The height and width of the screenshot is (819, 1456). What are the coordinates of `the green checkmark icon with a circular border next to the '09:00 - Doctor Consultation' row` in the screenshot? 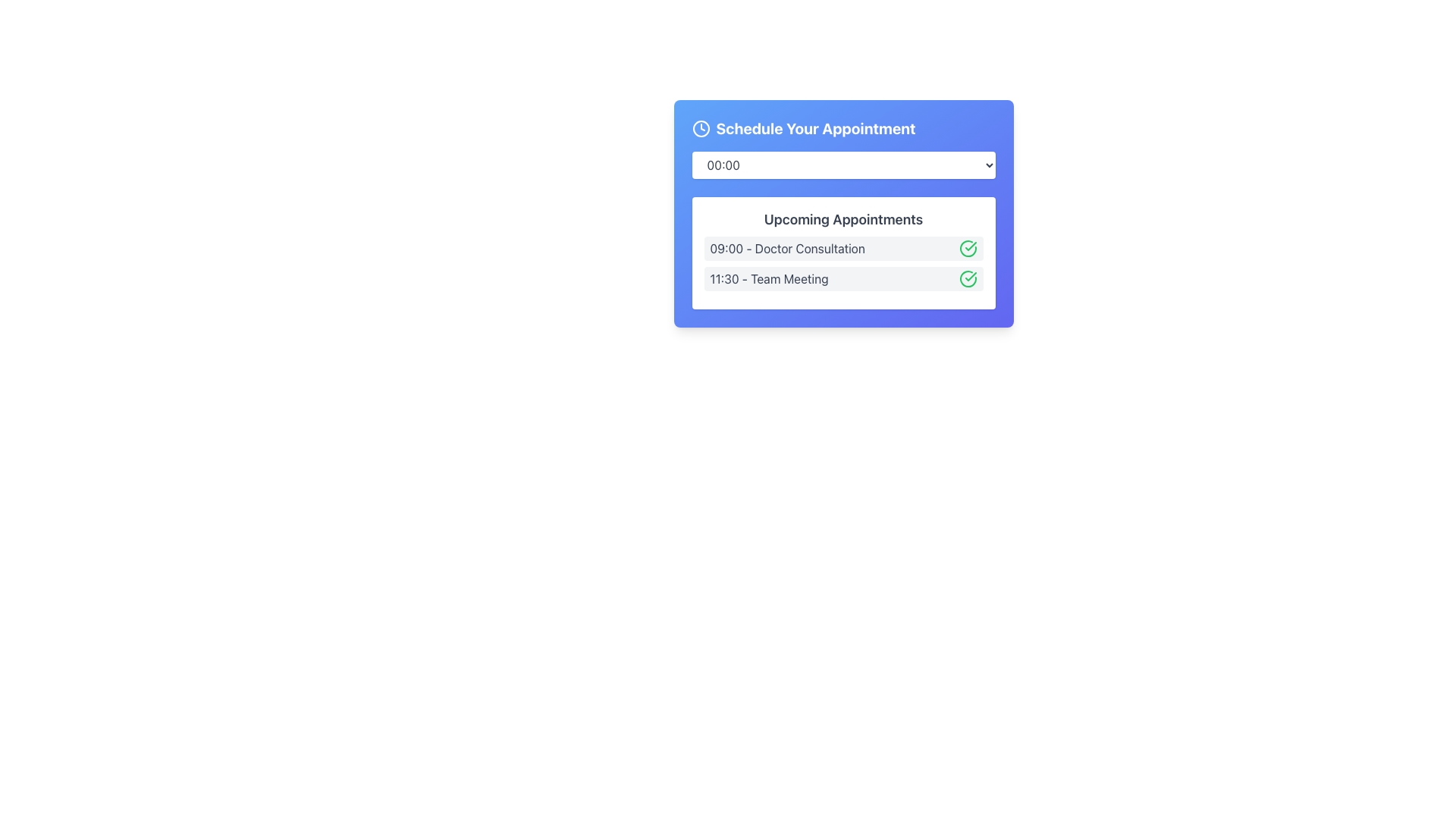 It's located at (967, 247).